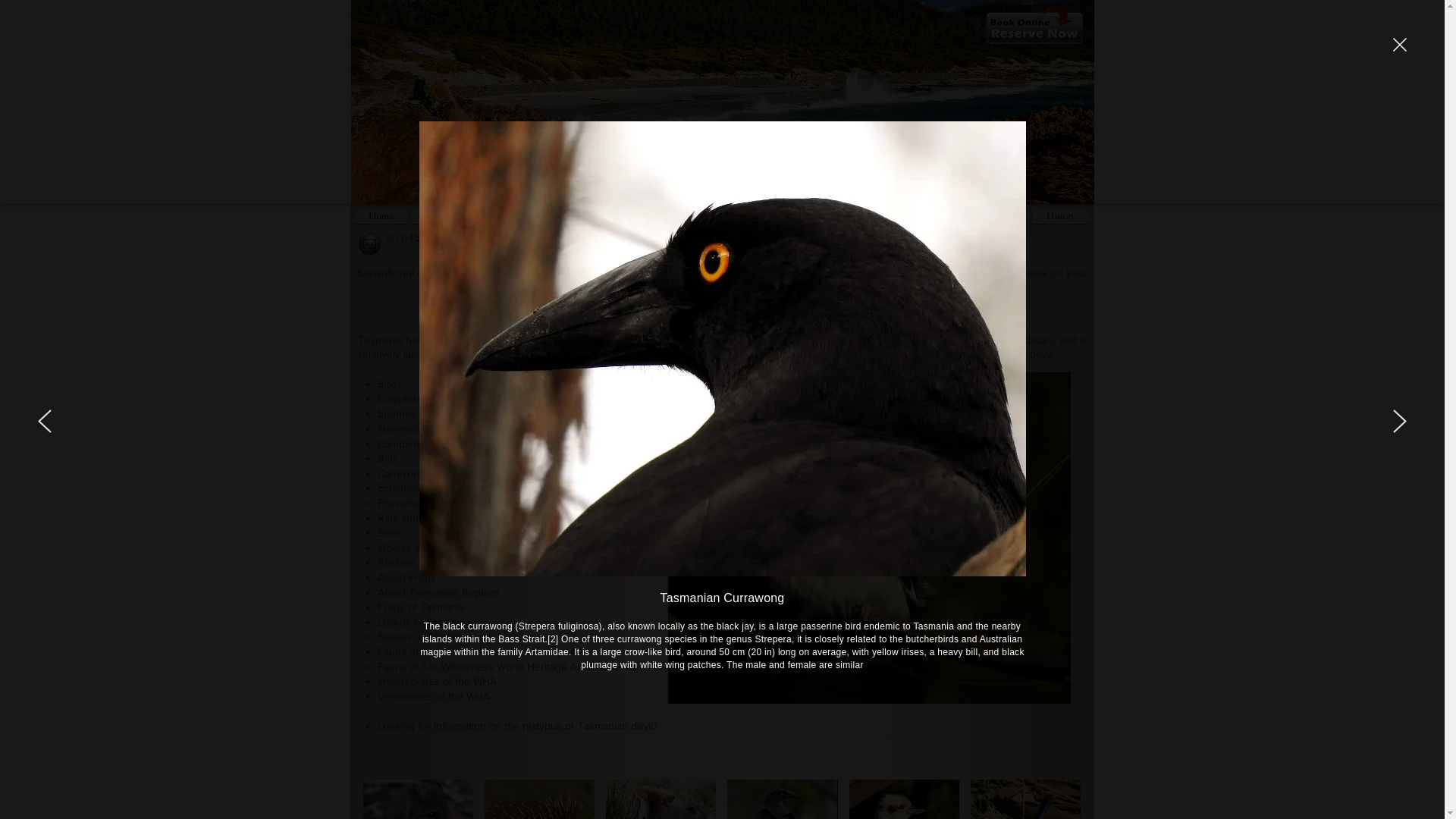 This screenshot has height=819, width=1456. I want to click on 'About Tasmanian Reptiles', so click(438, 591).